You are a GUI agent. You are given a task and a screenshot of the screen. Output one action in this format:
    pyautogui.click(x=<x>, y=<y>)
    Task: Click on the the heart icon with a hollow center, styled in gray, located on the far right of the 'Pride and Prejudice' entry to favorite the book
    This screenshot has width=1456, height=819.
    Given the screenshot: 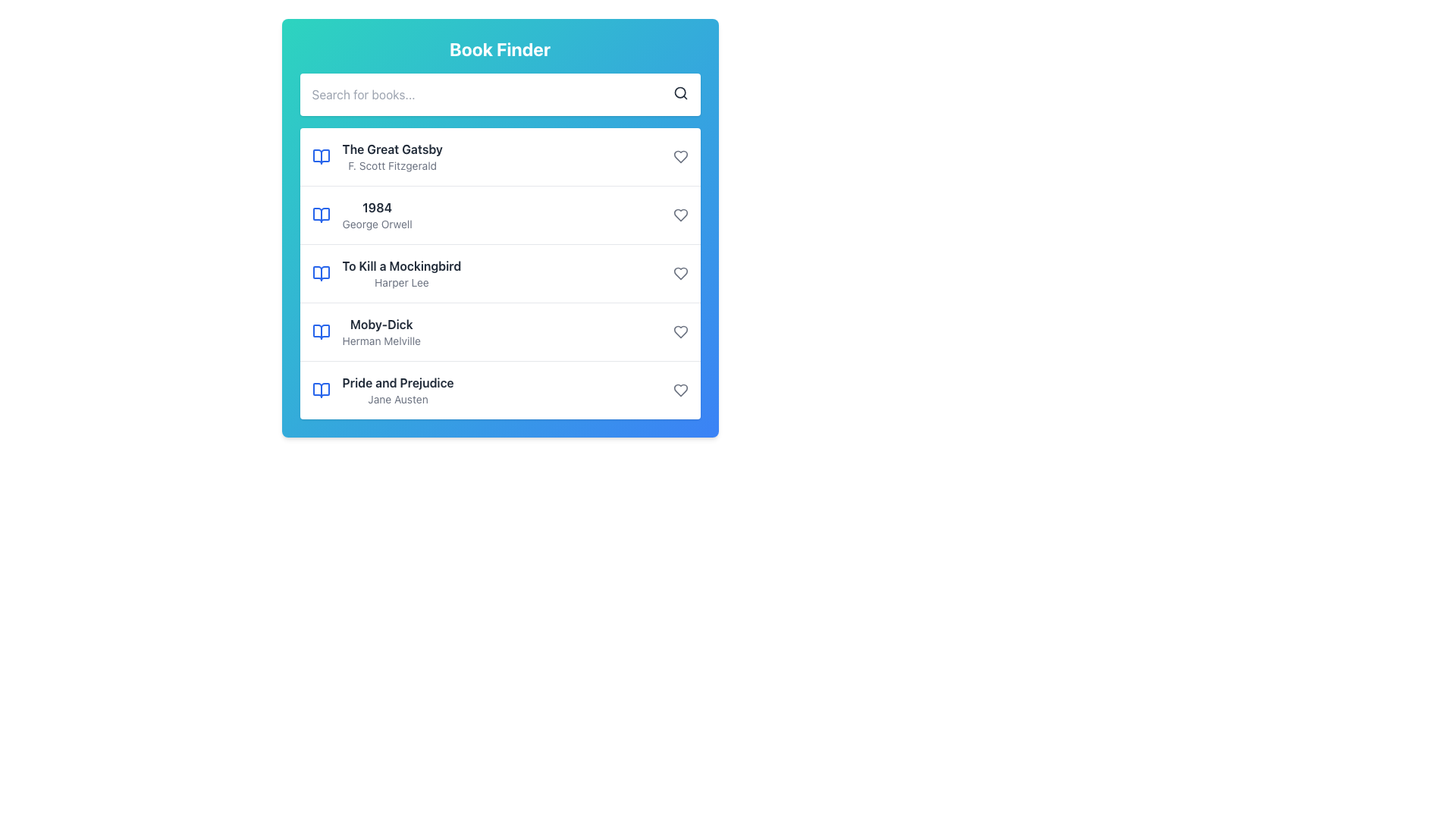 What is the action you would take?
    pyautogui.click(x=679, y=390)
    